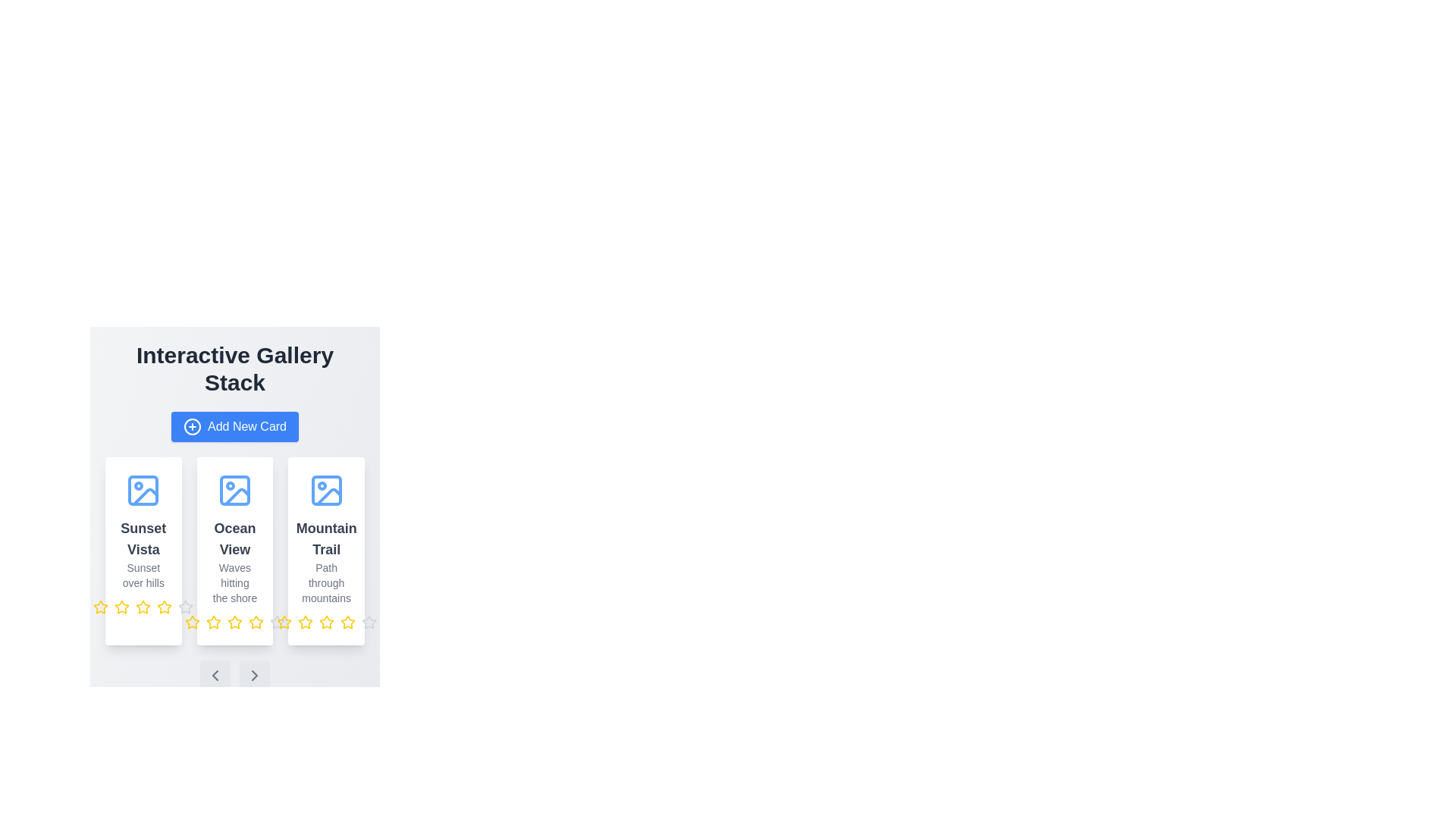 The width and height of the screenshot is (1456, 819). Describe the element at coordinates (213, 623) in the screenshot. I see `the third star from the left in the rating system below the 'Ocean View' card to indicate selection` at that location.